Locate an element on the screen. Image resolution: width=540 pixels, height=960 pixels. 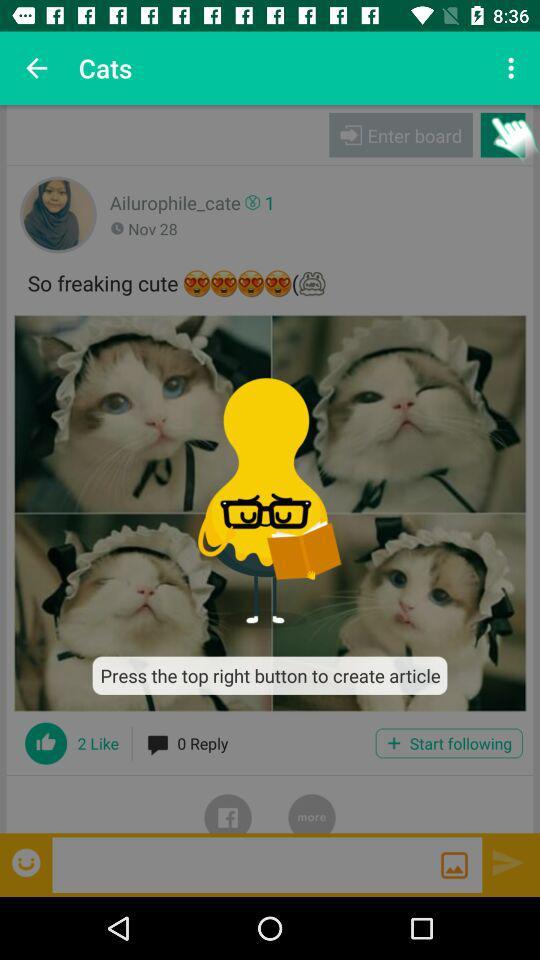
like photo is located at coordinates (46, 742).